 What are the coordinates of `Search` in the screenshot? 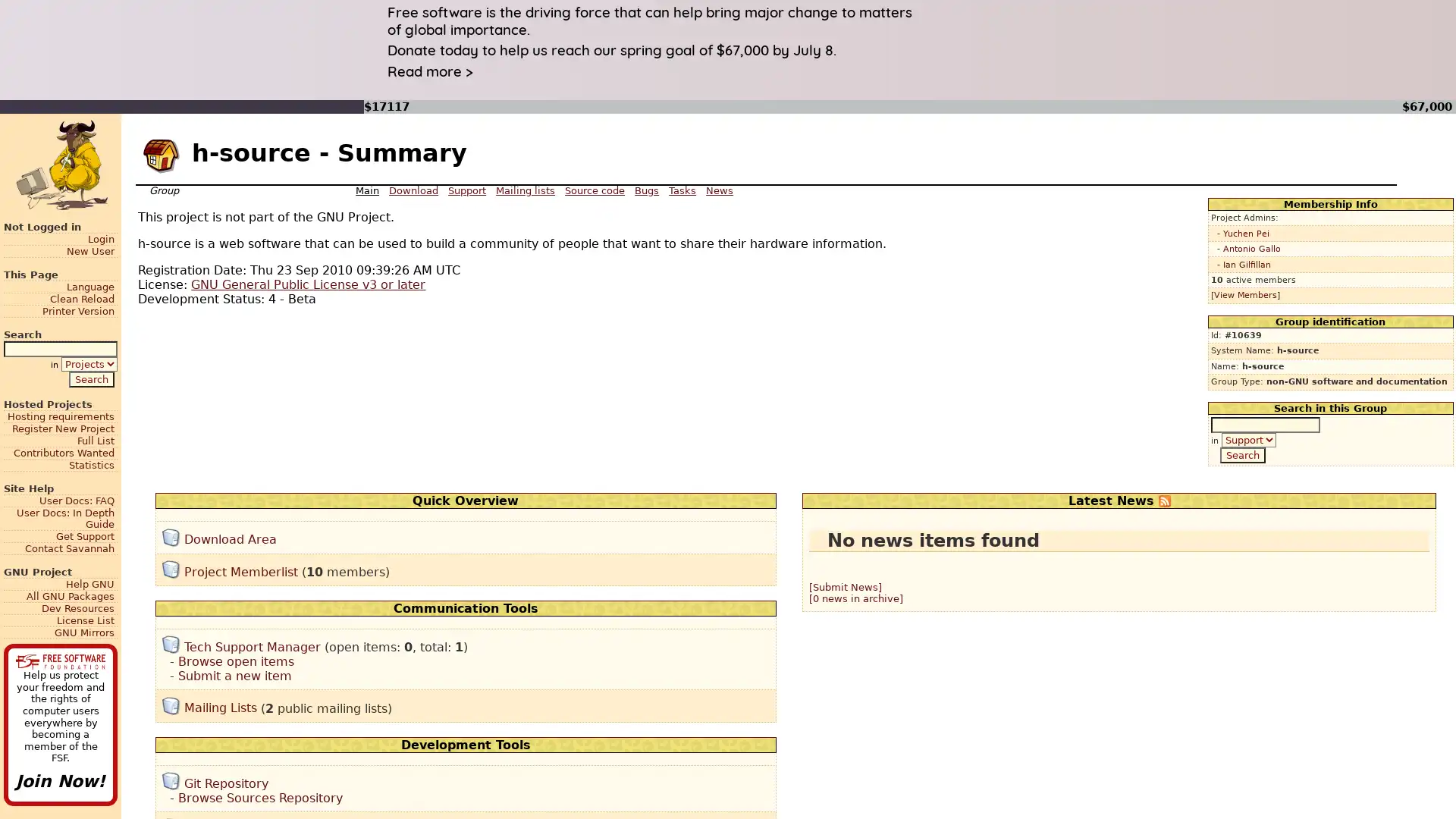 It's located at (90, 378).